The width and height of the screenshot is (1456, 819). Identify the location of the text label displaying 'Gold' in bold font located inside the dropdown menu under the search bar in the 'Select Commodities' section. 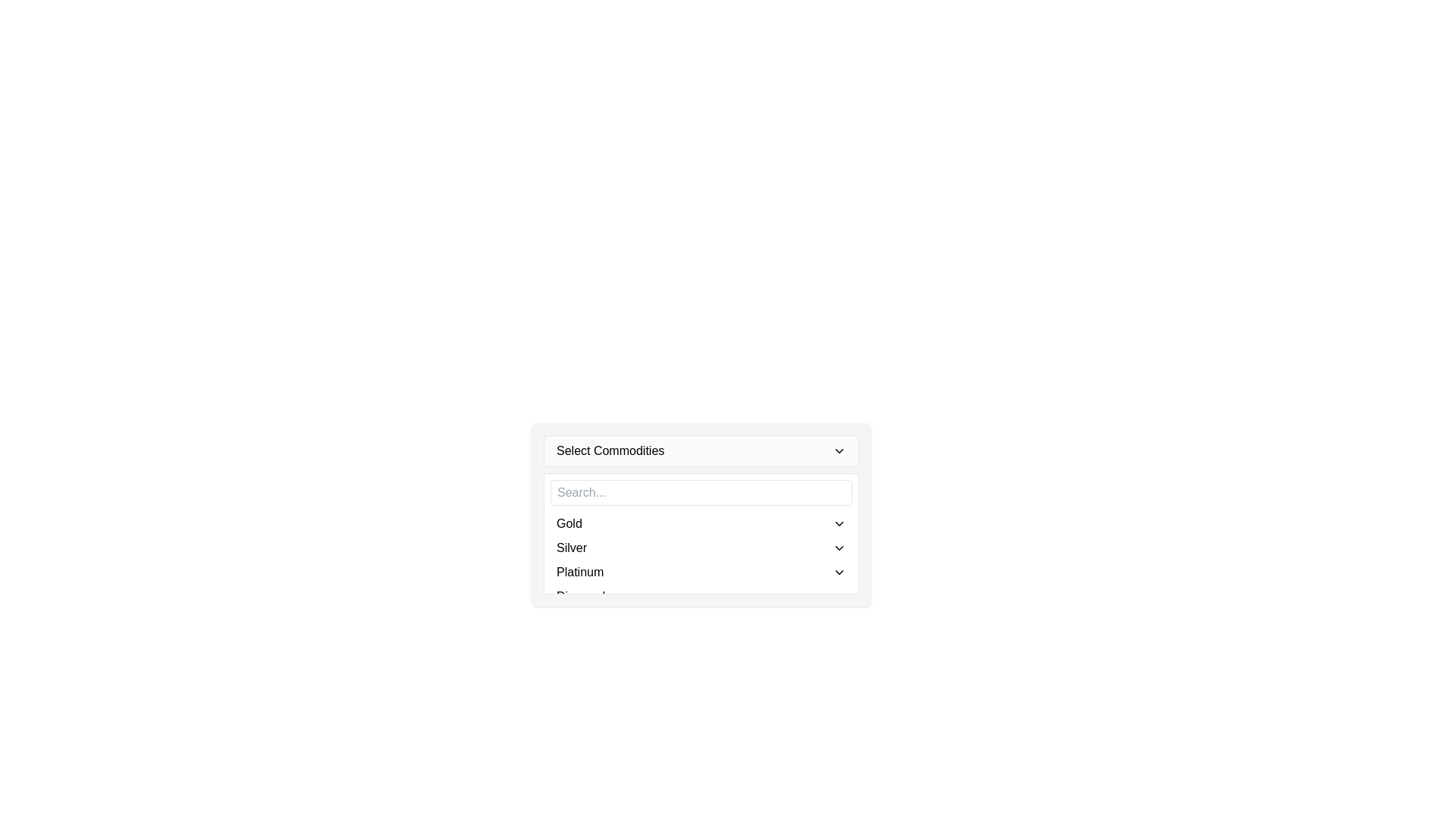
(568, 522).